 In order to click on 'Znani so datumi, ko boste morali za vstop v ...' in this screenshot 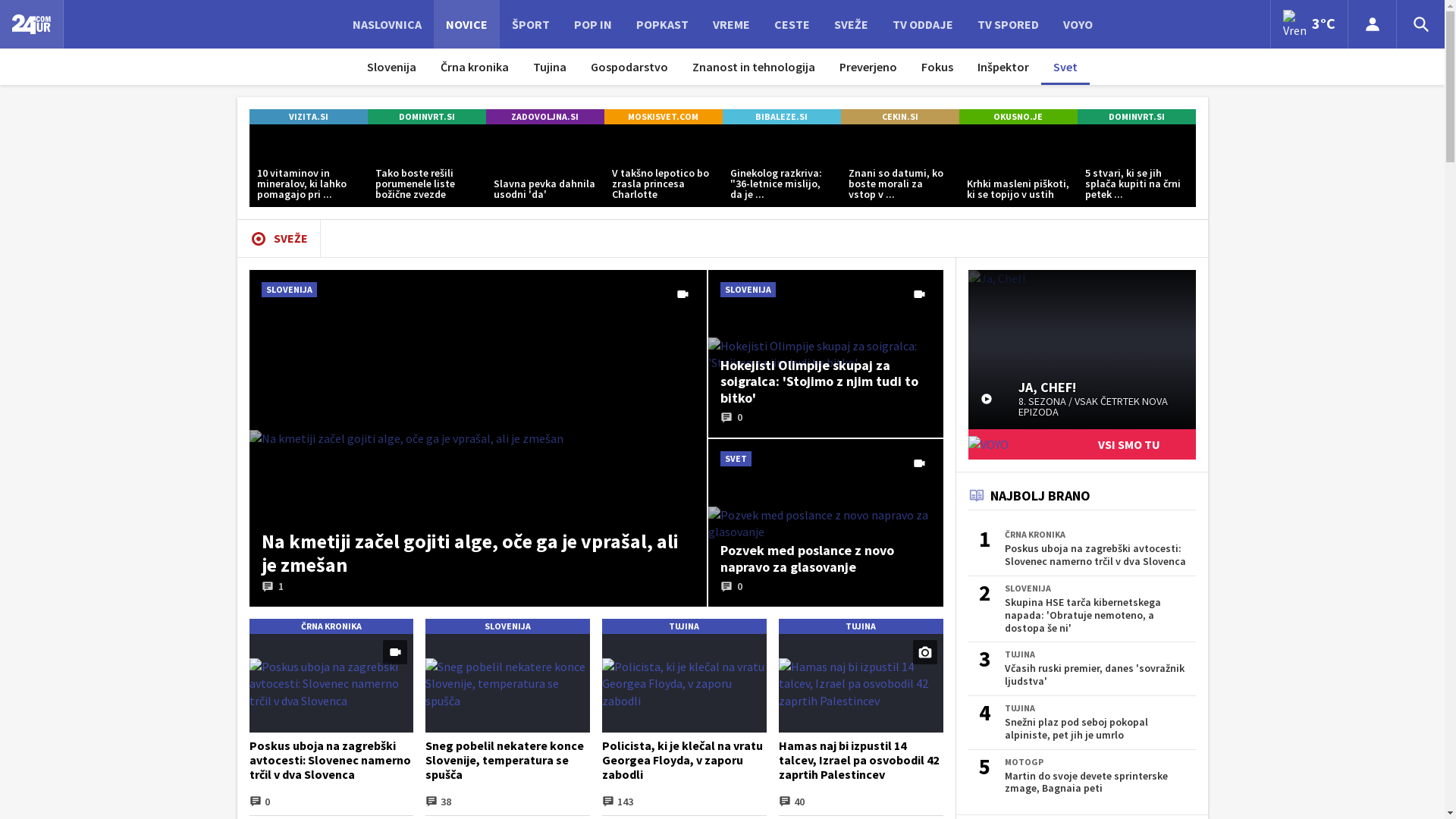, I will do `click(899, 165)`.